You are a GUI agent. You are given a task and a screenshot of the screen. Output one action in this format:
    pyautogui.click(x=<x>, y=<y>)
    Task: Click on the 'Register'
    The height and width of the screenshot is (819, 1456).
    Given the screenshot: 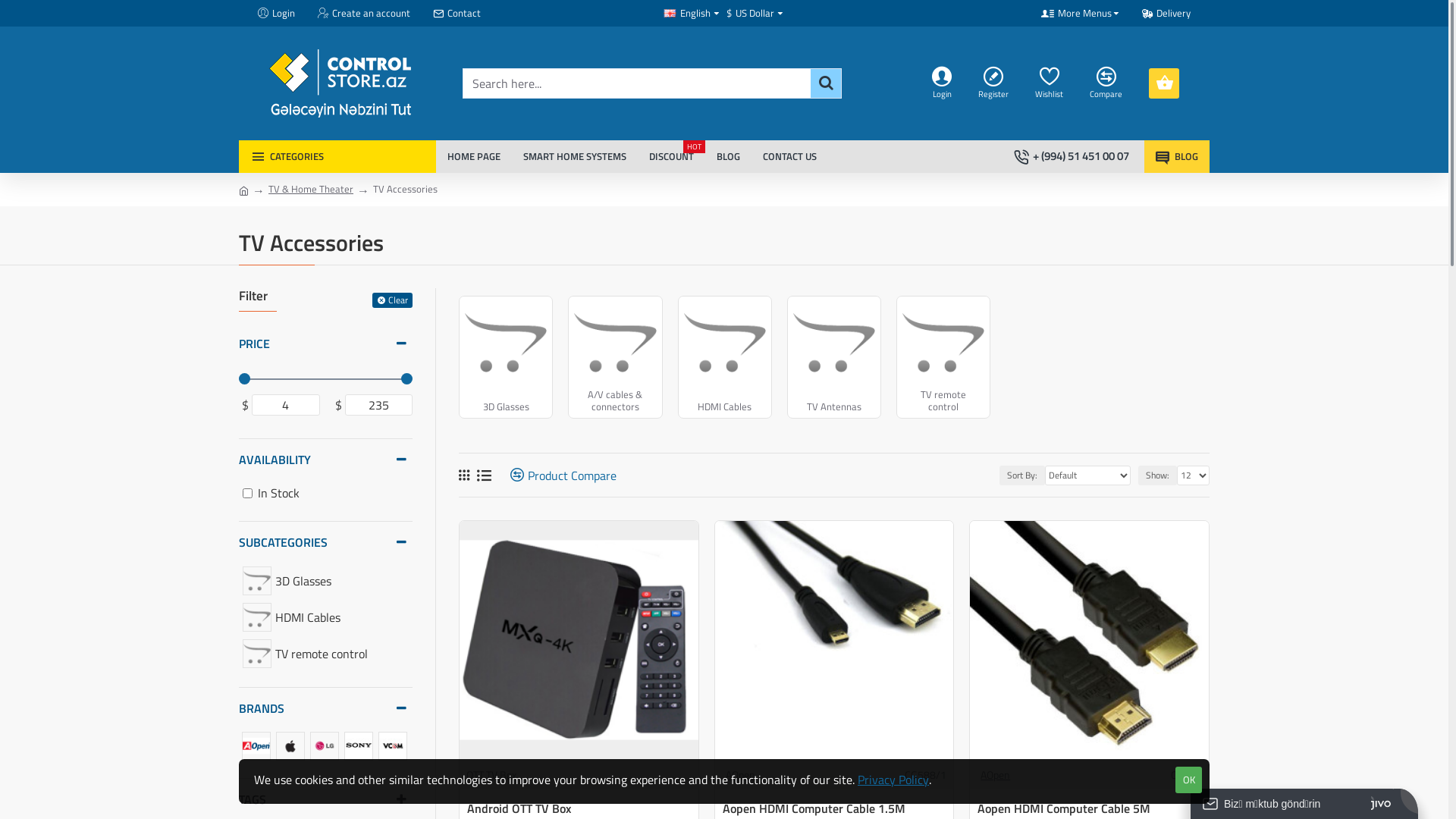 What is the action you would take?
    pyautogui.click(x=995, y=83)
    